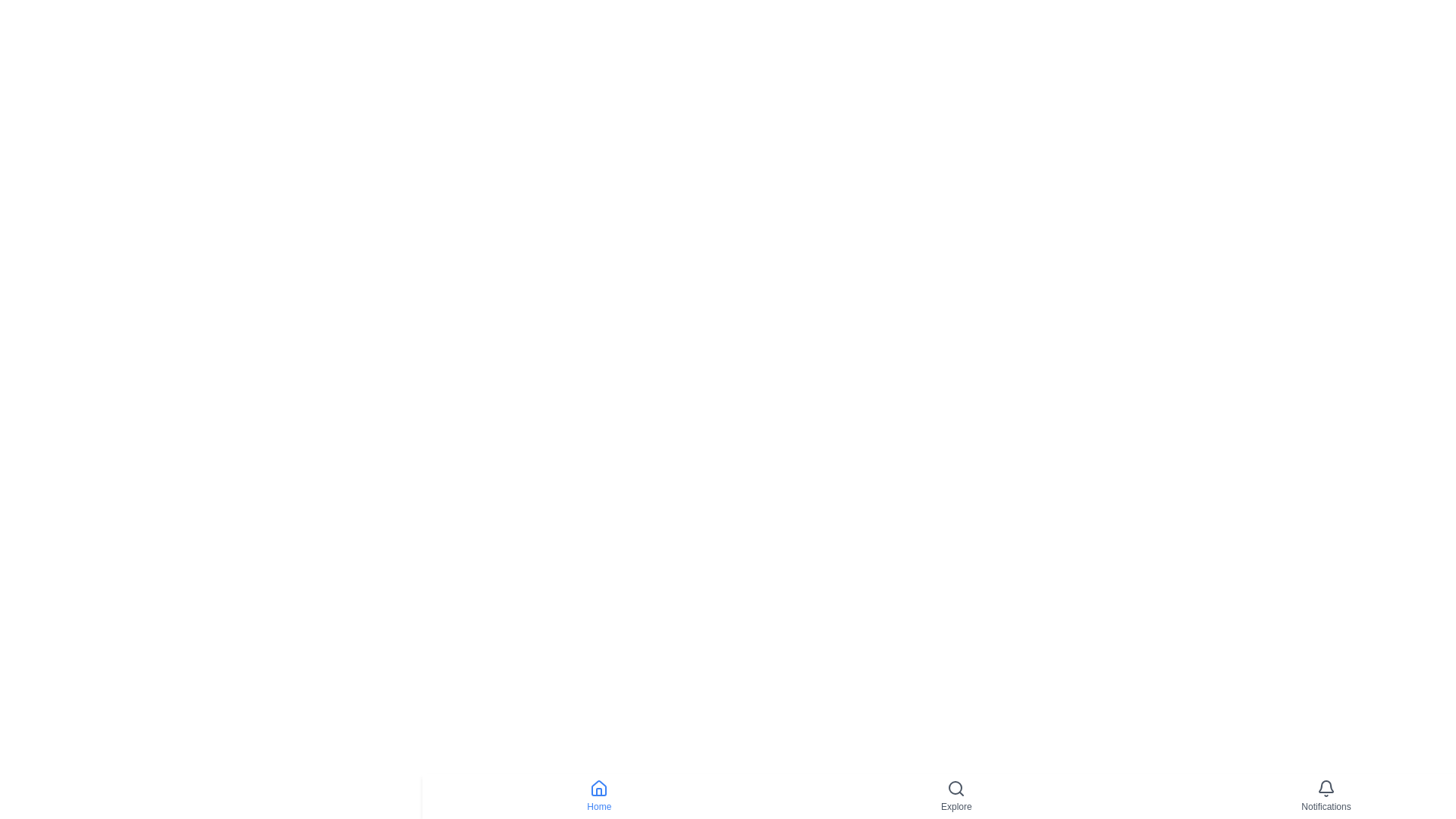  What do you see at coordinates (598, 788) in the screenshot?
I see `the small house-shaped icon with a blue outline and white fill, located in the navigation bar above the 'Home' label` at bounding box center [598, 788].